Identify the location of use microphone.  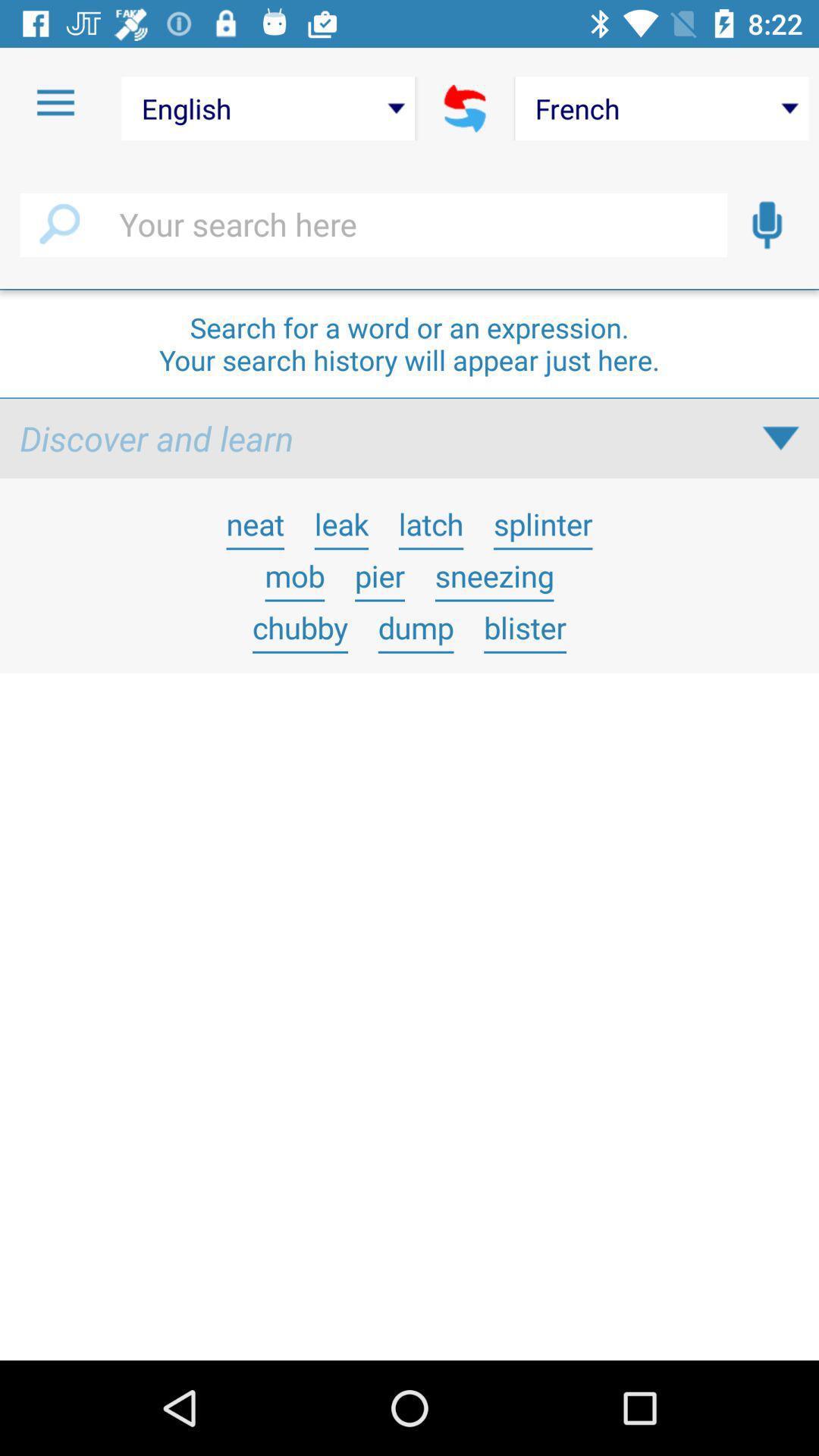
(767, 224).